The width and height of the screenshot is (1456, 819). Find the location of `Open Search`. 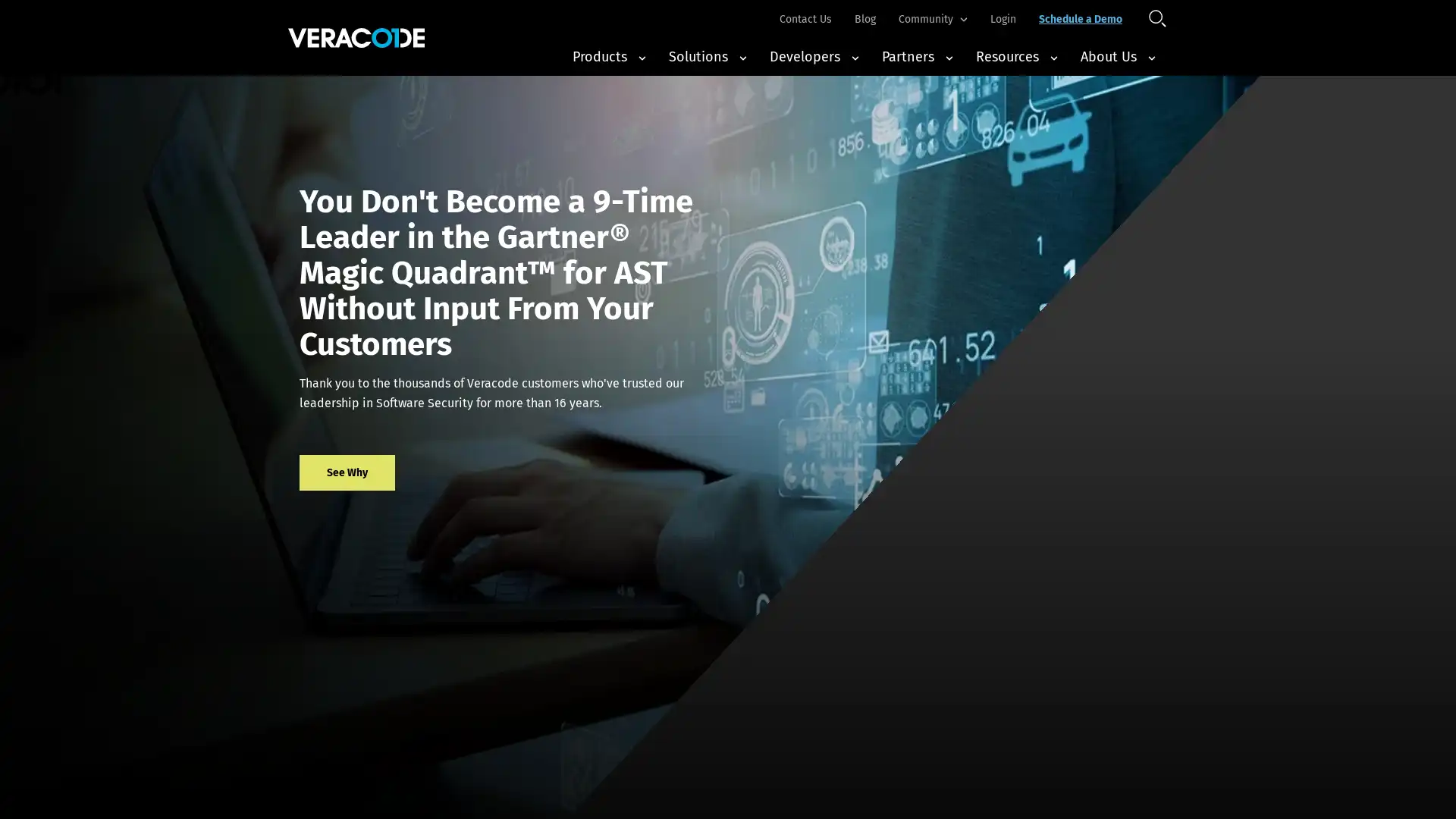

Open Search is located at coordinates (1156, 17).